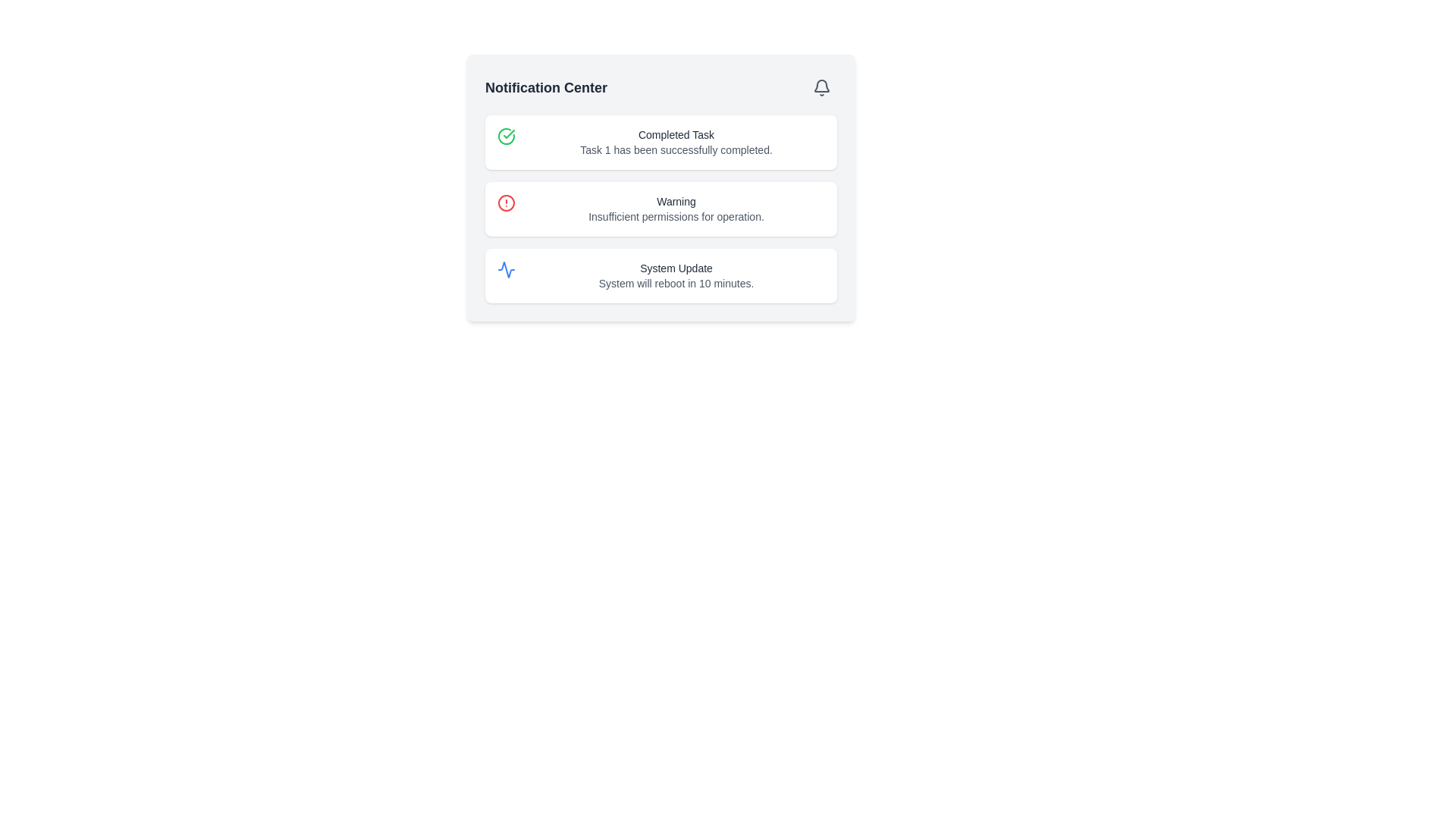  Describe the element at coordinates (661, 275) in the screenshot. I see `the Notification card with the title 'System Update' and subtitle 'System will reboot in 10 minutes.' which is the last card in a vertical list of three notifications` at that location.